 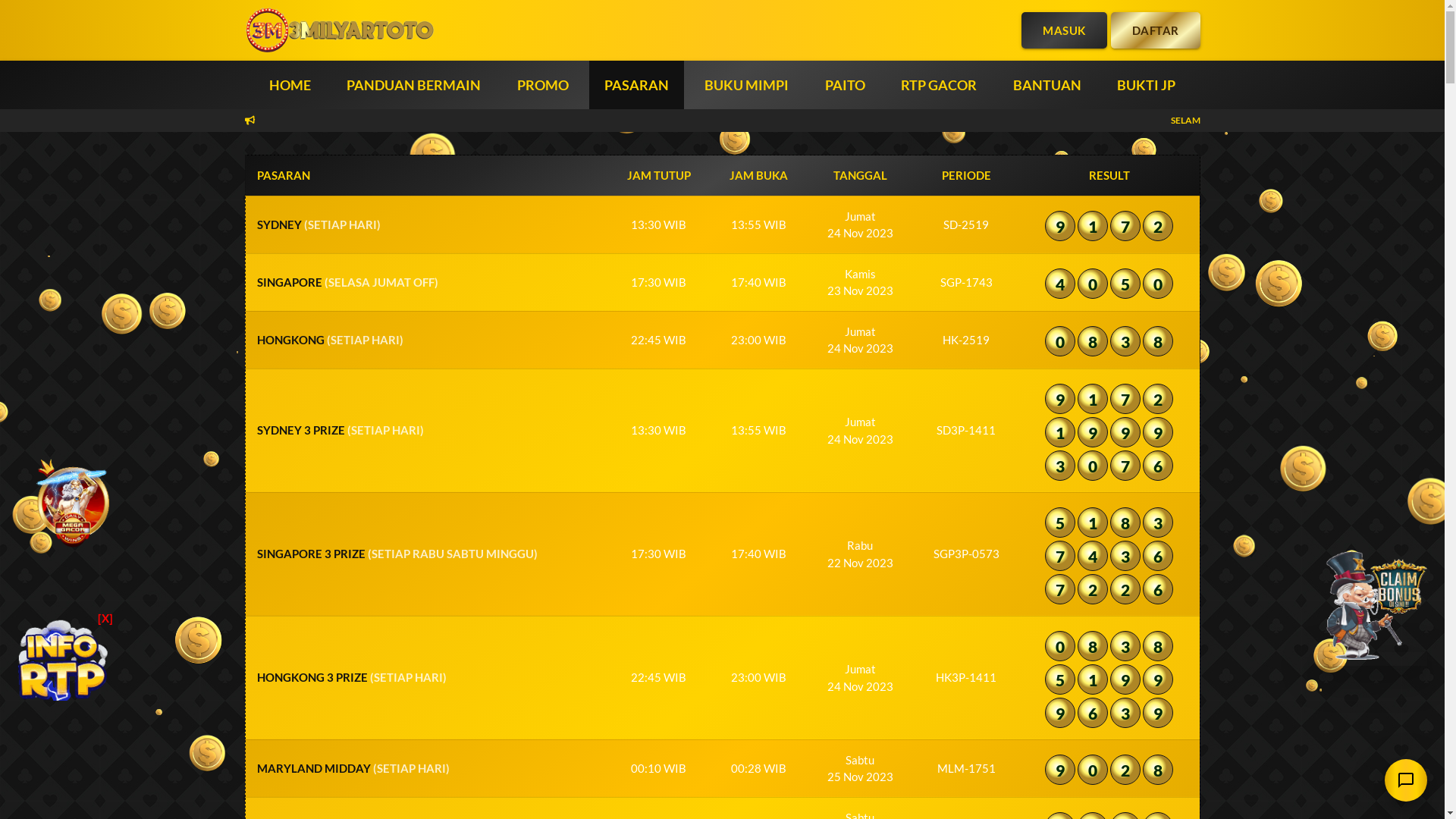 What do you see at coordinates (317, 224) in the screenshot?
I see `'SYDNEY (SETIAP HARI)'` at bounding box center [317, 224].